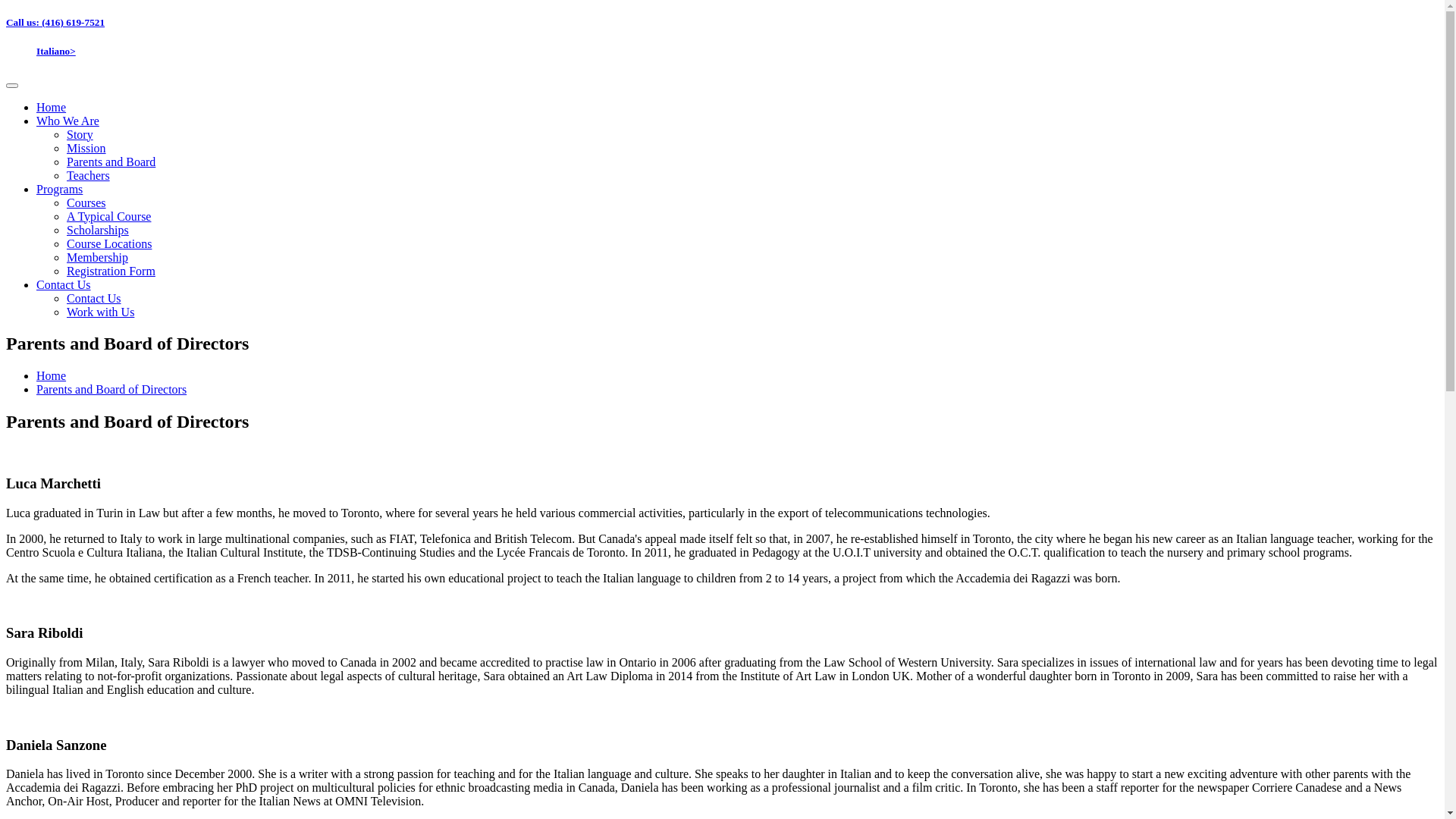 The height and width of the screenshot is (819, 1456). Describe the element at coordinates (62, 284) in the screenshot. I see `'Contact Us'` at that location.